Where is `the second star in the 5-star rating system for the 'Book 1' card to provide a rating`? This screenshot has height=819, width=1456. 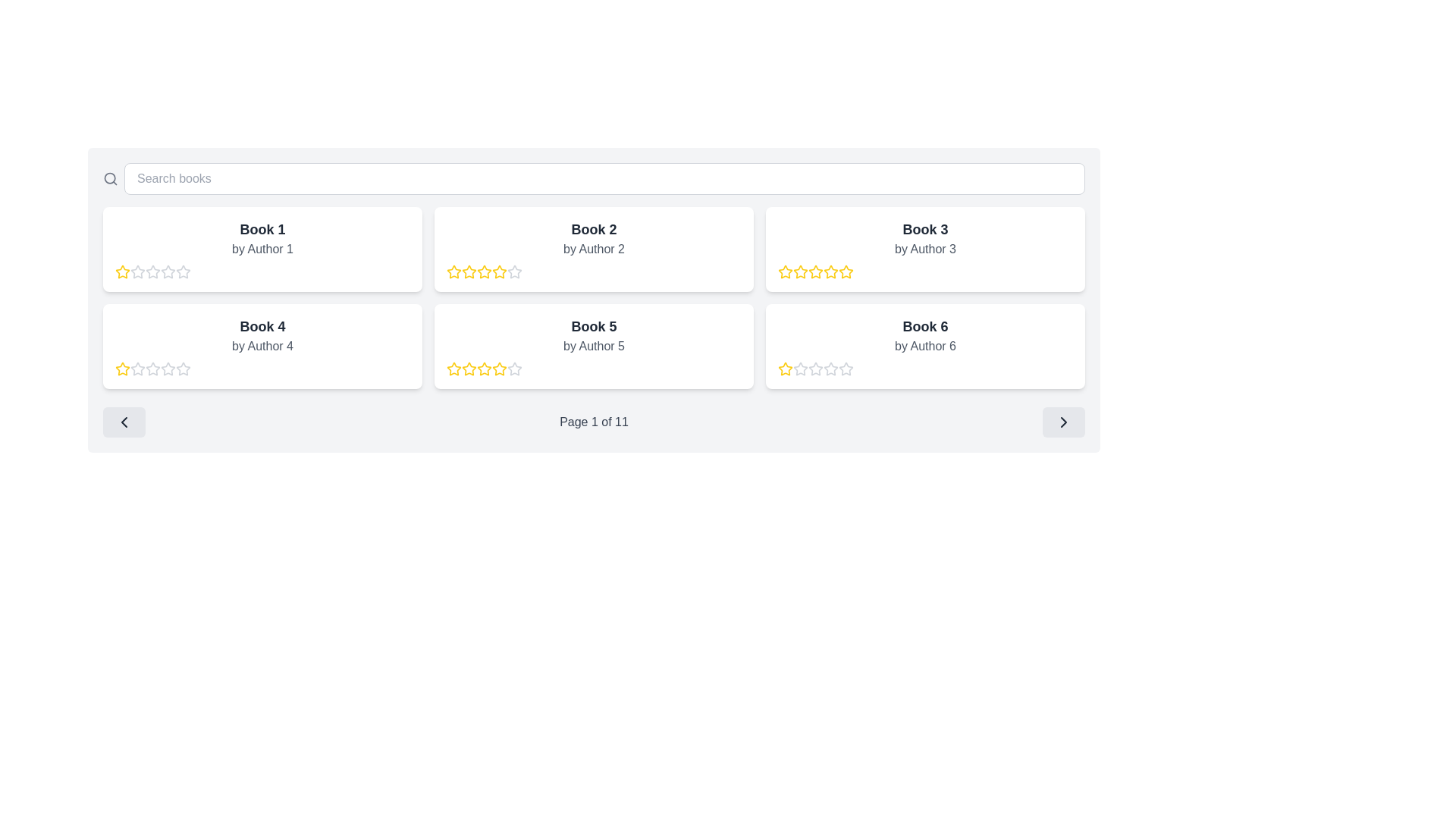
the second star in the 5-star rating system for the 'Book 1' card to provide a rating is located at coordinates (182, 271).